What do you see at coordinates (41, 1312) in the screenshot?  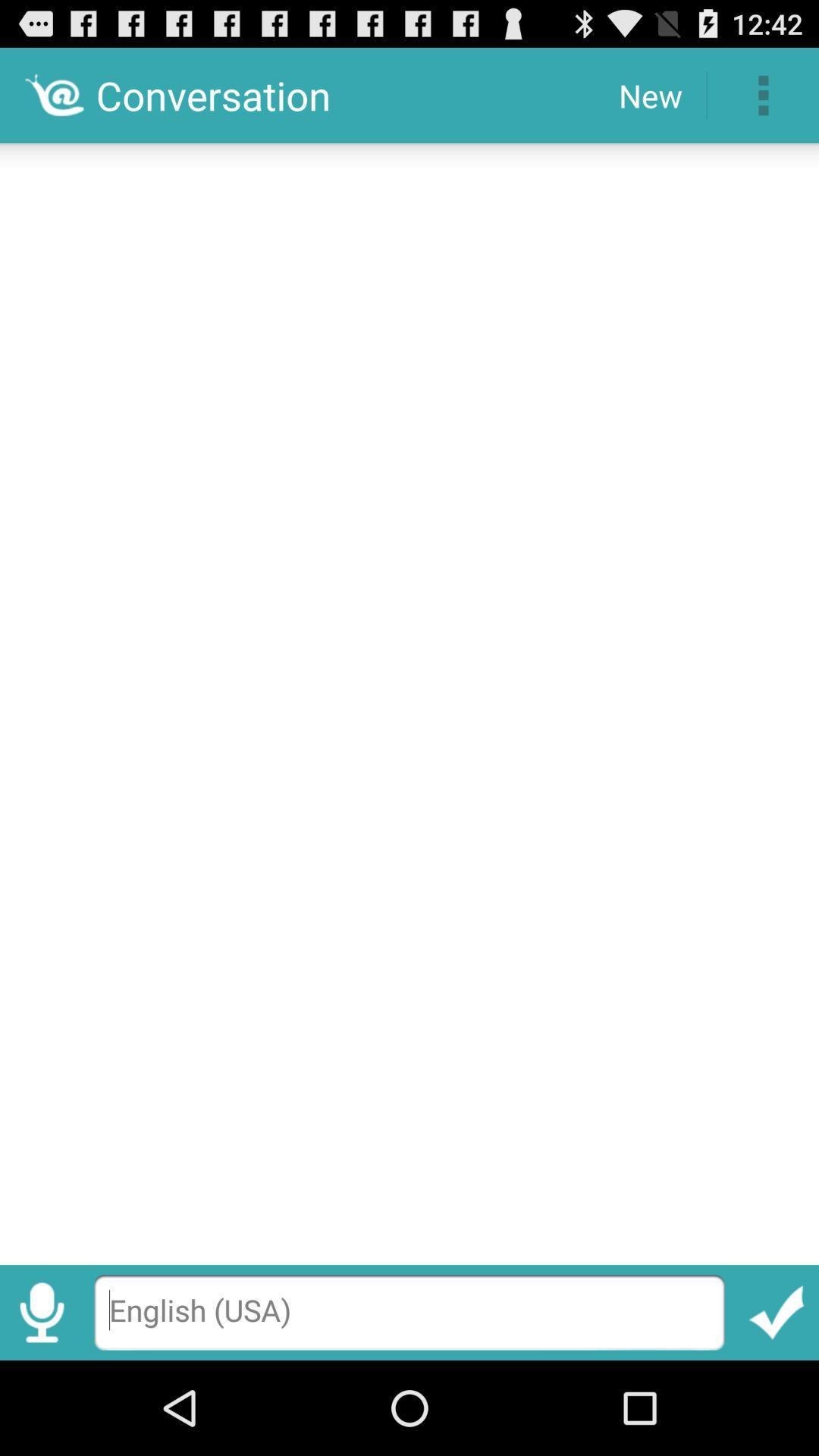 I see `microphone option` at bounding box center [41, 1312].